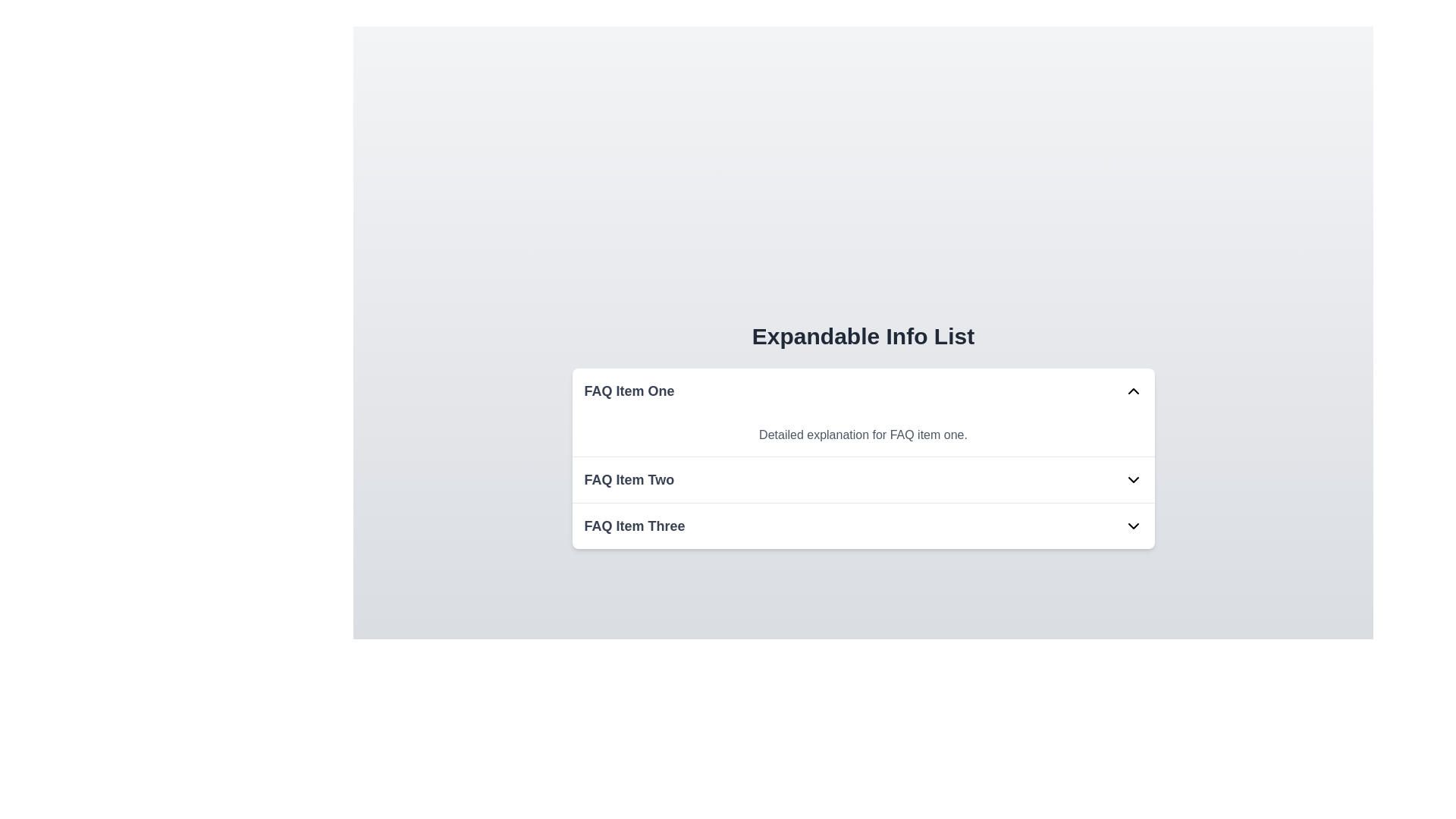 The height and width of the screenshot is (819, 1456). Describe the element at coordinates (863, 480) in the screenshot. I see `the second FAQ item labeled 'FAQ Item Two'` at that location.